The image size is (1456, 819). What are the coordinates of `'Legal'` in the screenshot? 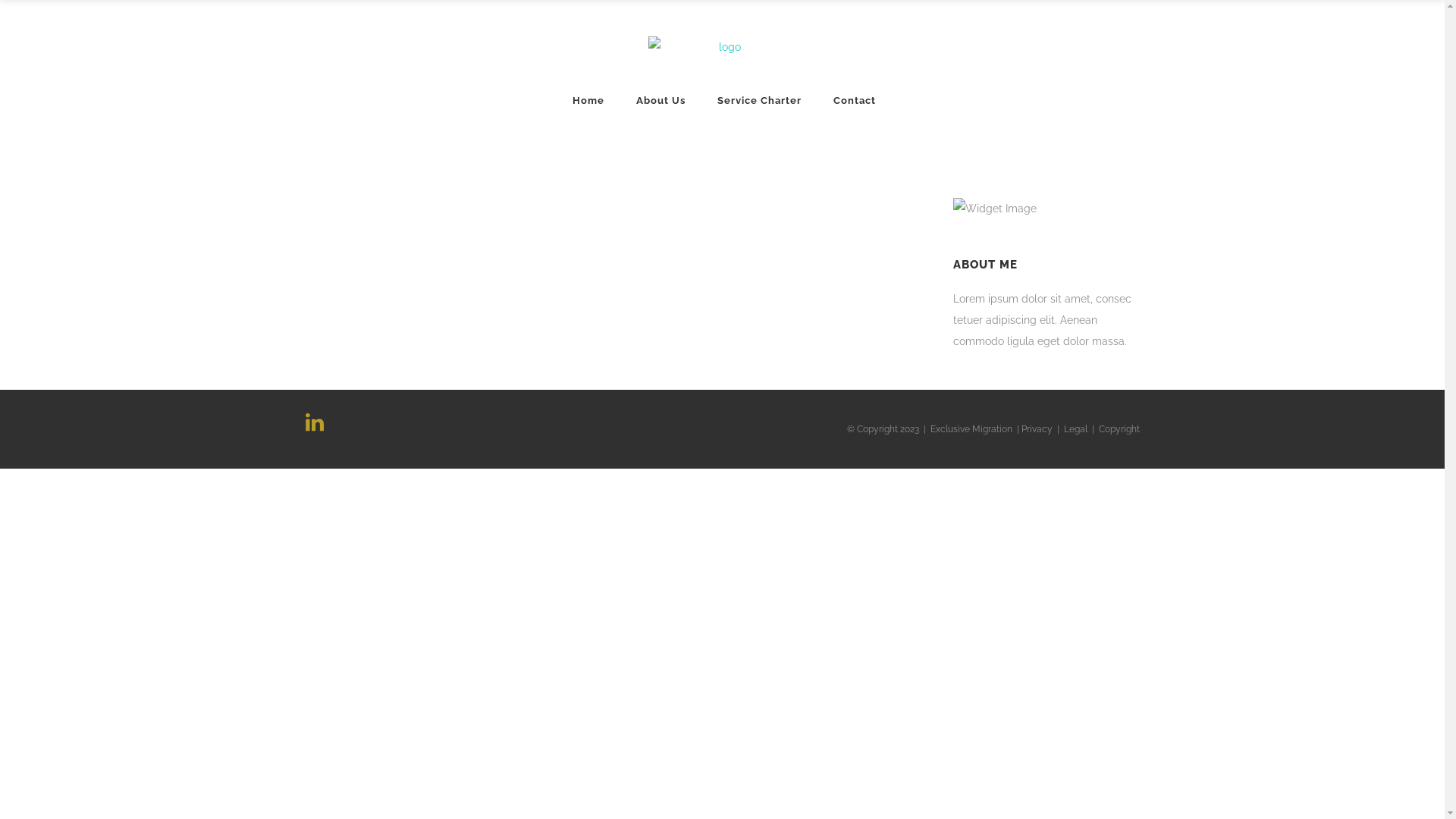 It's located at (1062, 429).